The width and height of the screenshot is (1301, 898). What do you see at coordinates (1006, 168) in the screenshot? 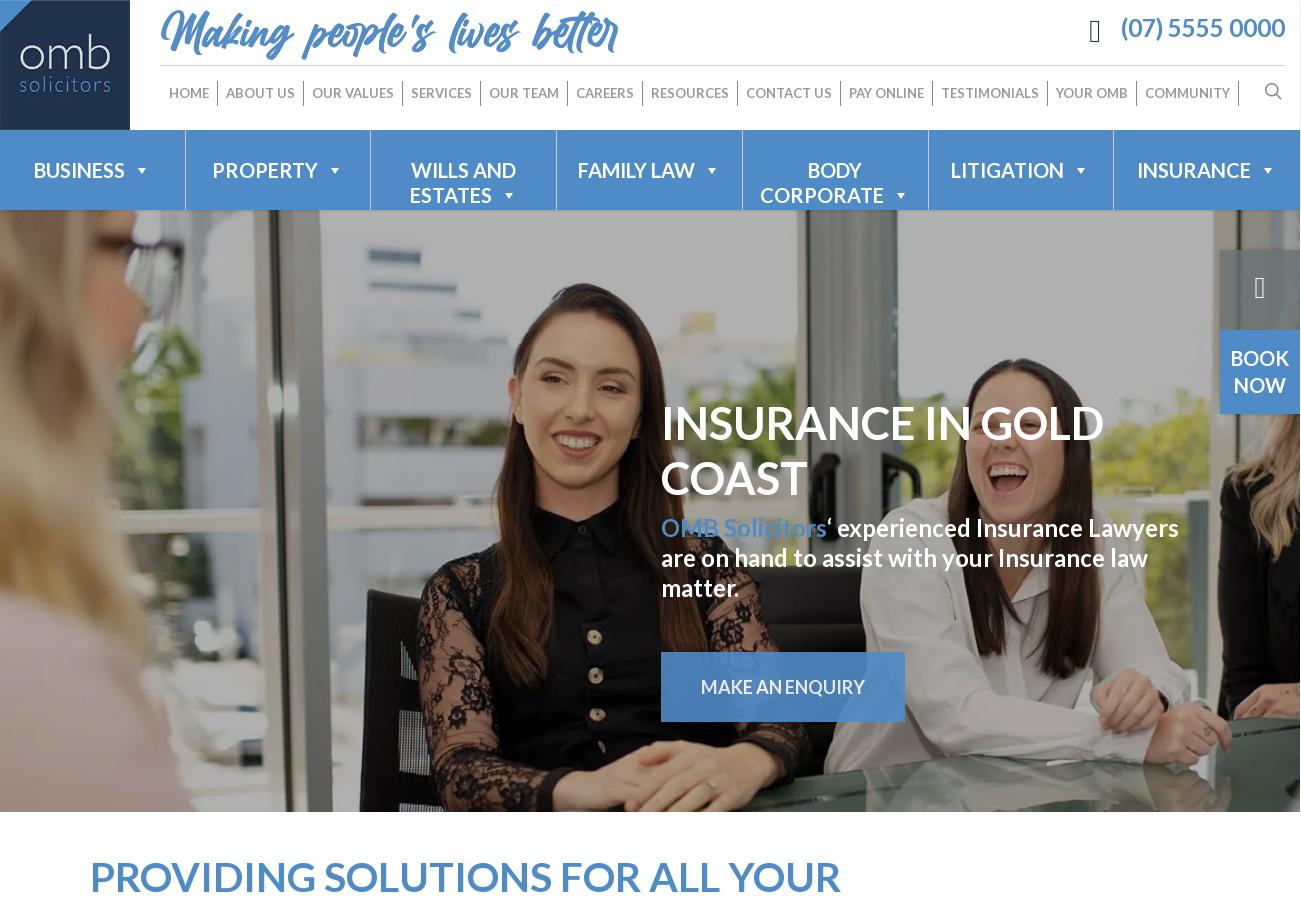
I see `'LITIGATION'` at bounding box center [1006, 168].